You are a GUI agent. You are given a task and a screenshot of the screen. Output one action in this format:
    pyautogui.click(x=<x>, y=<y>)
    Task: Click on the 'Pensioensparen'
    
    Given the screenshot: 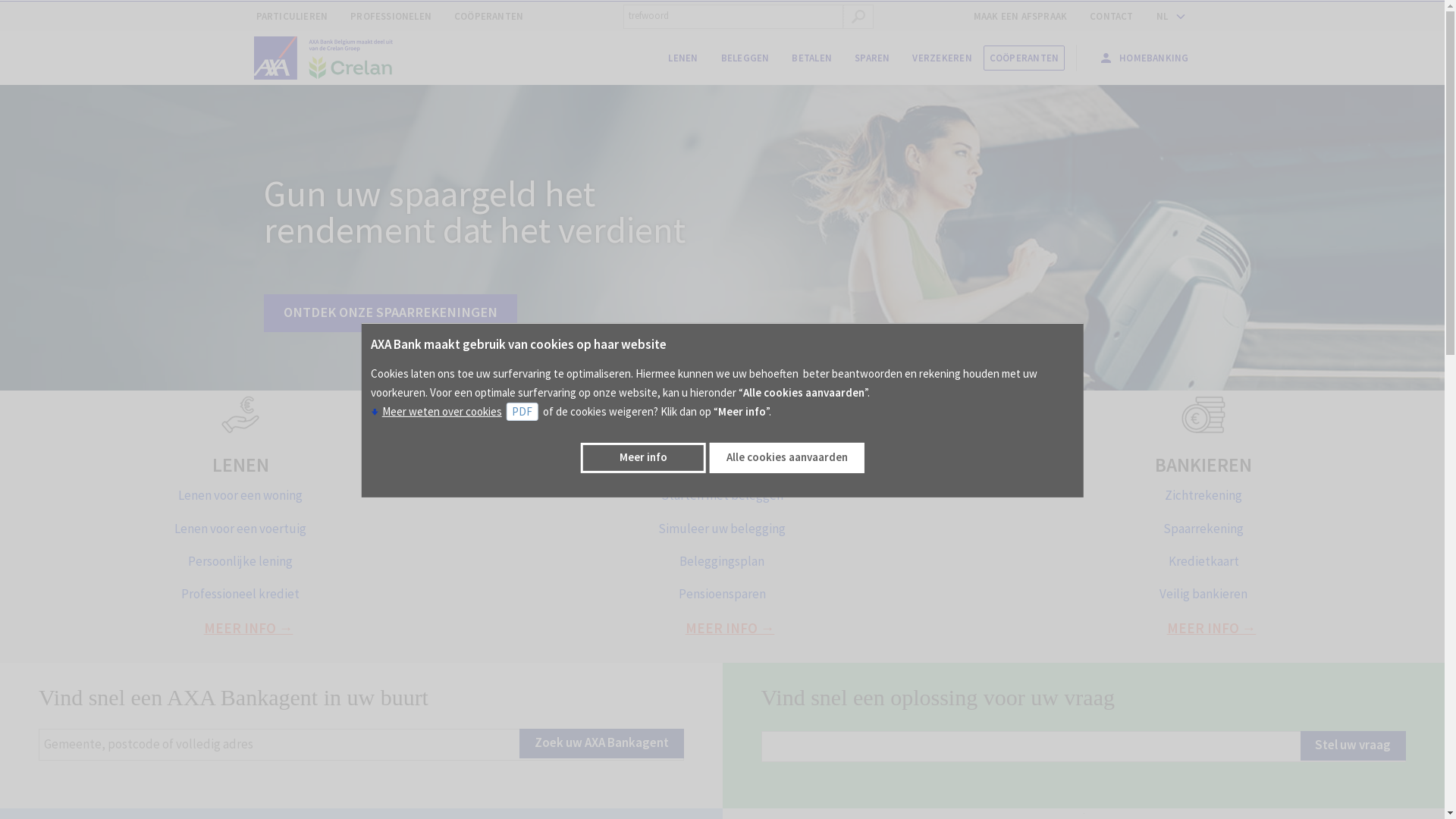 What is the action you would take?
    pyautogui.click(x=721, y=593)
    